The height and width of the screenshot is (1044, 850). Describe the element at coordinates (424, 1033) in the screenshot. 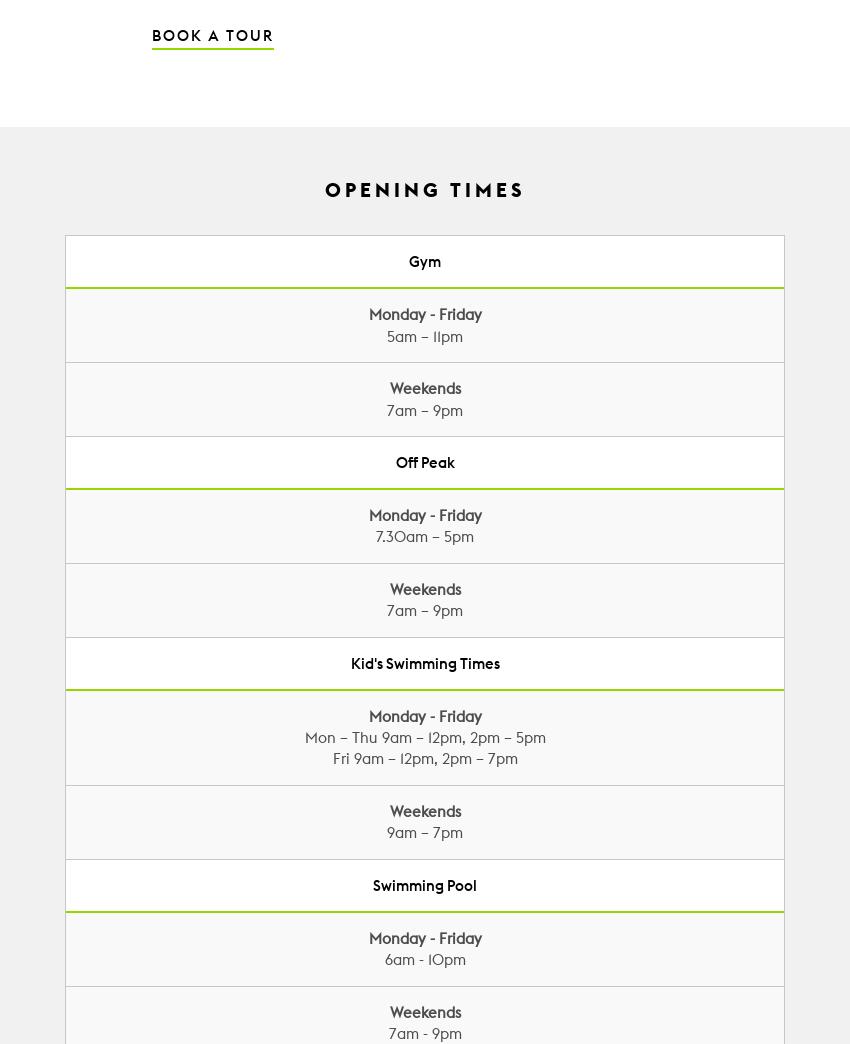

I see `'7am - 9pm'` at that location.